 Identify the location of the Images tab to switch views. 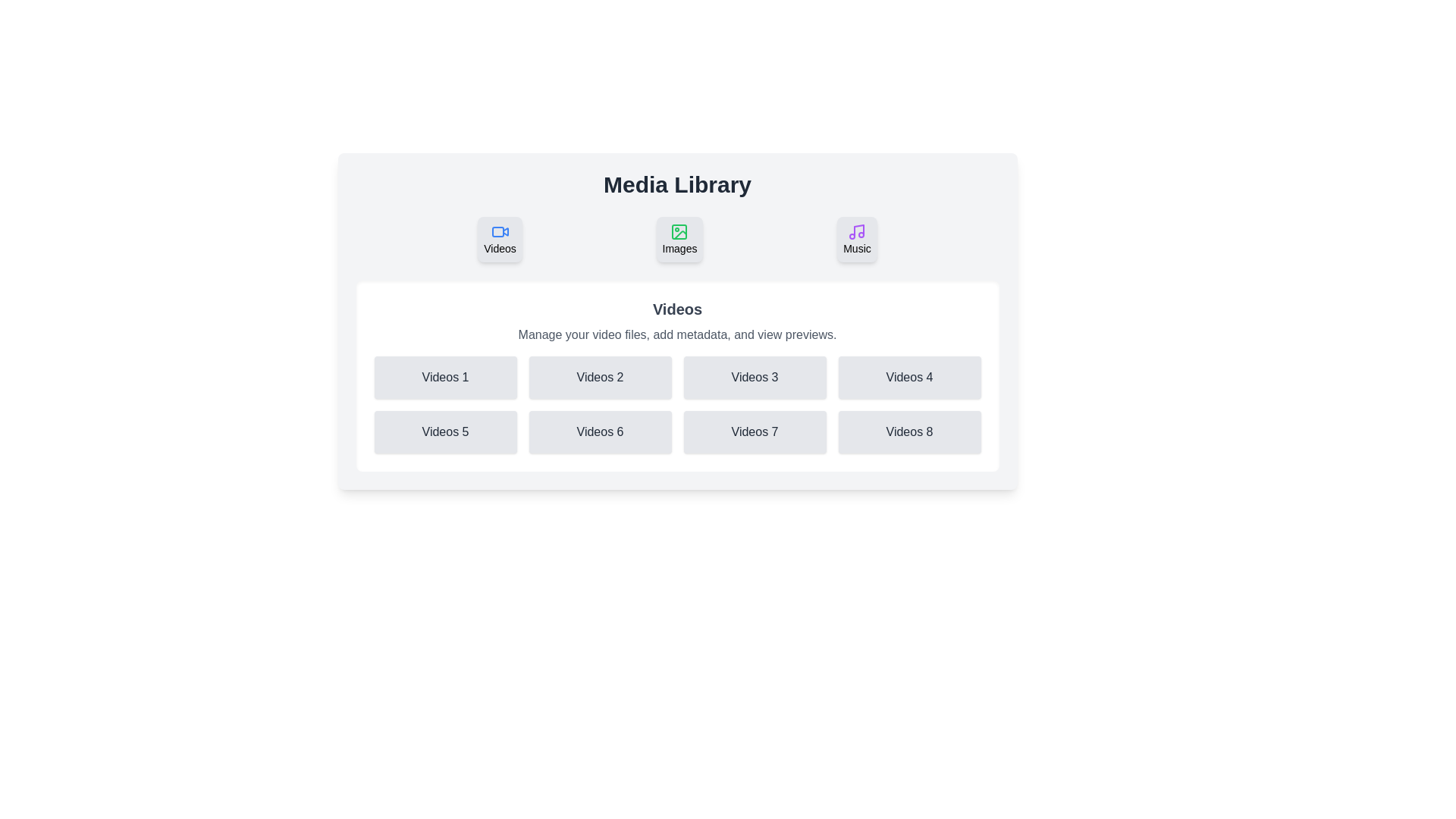
(679, 239).